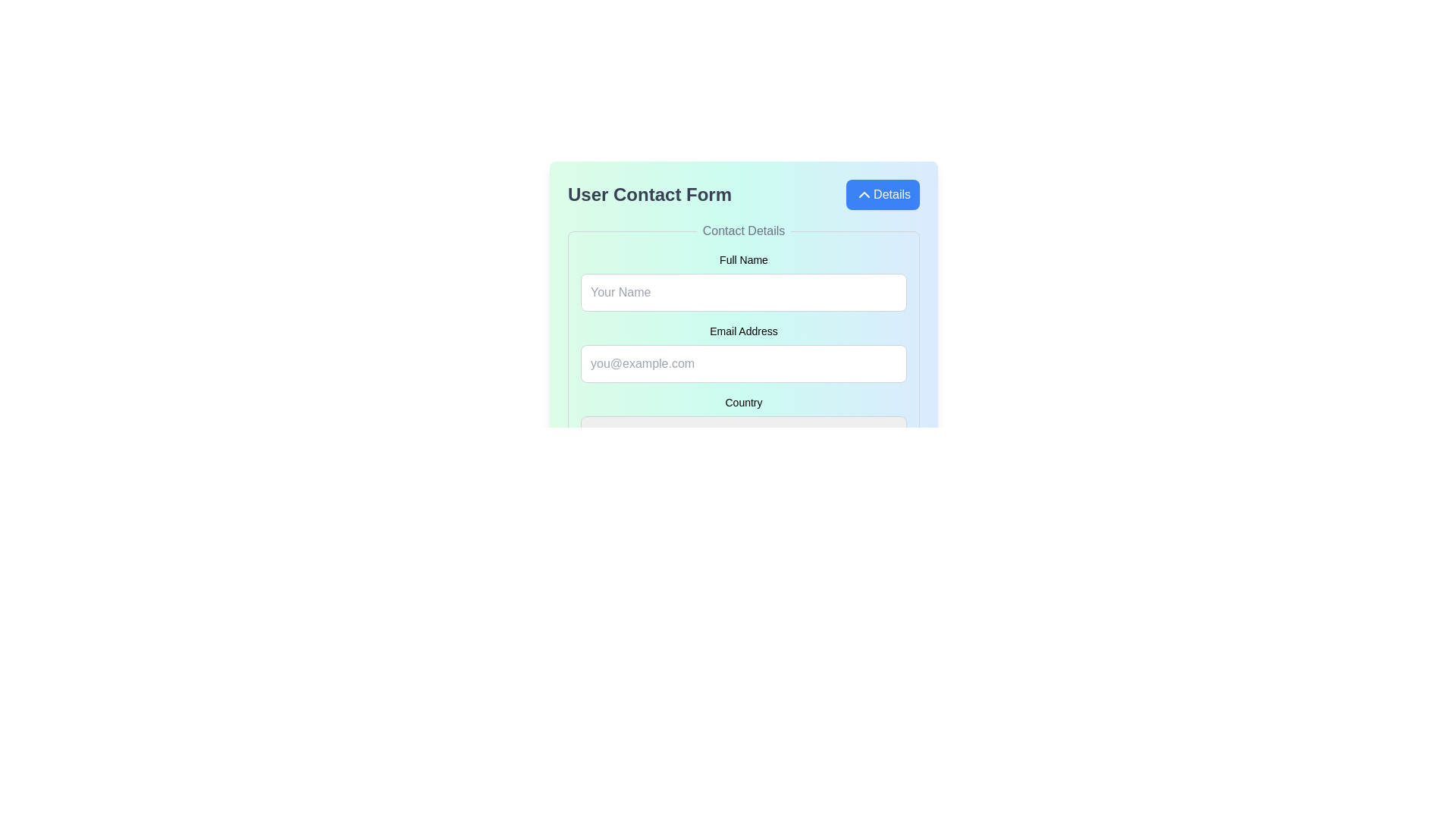 Image resolution: width=1456 pixels, height=819 pixels. Describe the element at coordinates (883, 194) in the screenshot. I see `the 'Details' button with a blue background and white text, located at the top-right corner of the 'User Contact Form' section header` at that location.